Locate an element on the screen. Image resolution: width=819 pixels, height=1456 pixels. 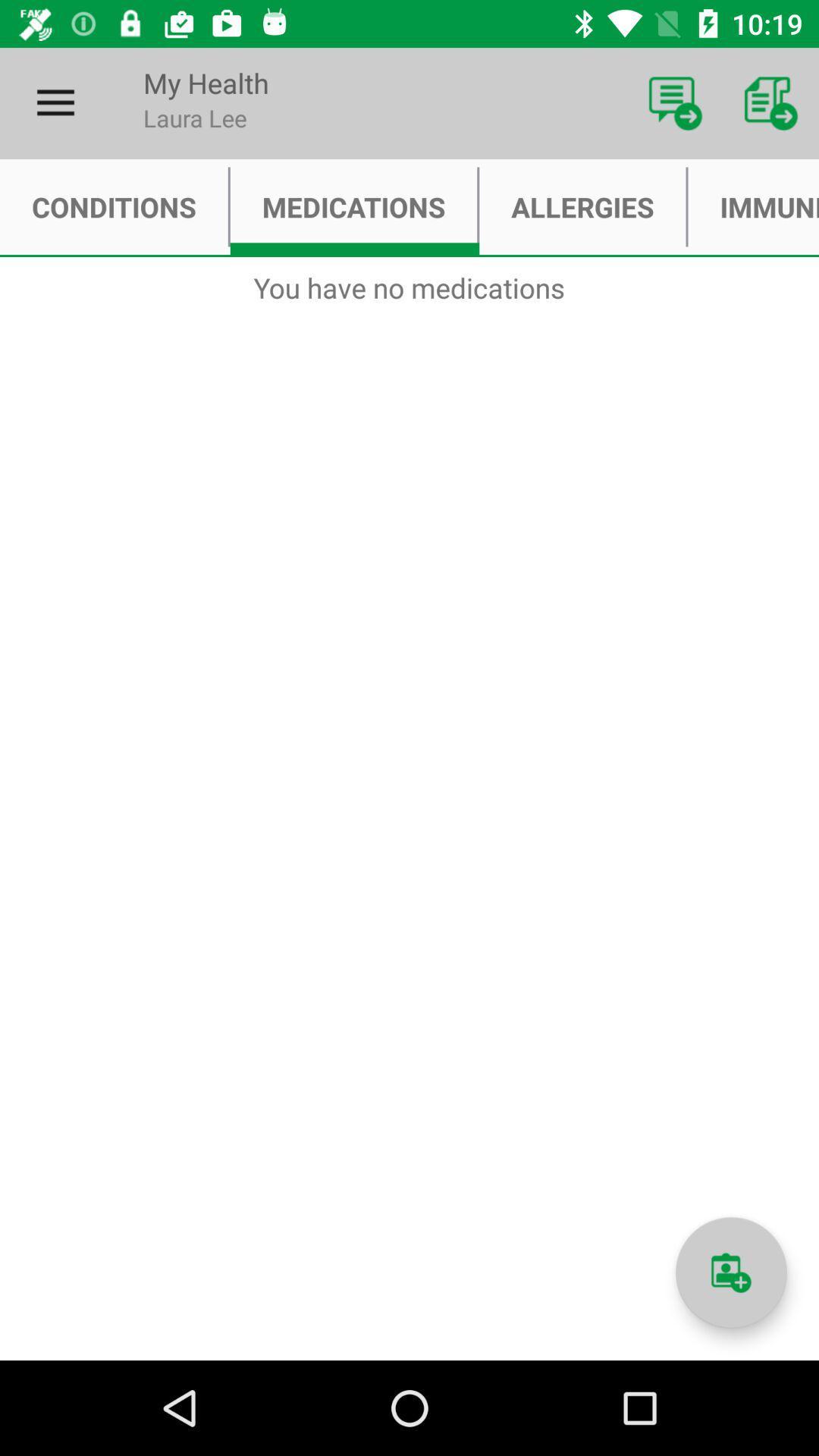
item above conditions item is located at coordinates (55, 102).